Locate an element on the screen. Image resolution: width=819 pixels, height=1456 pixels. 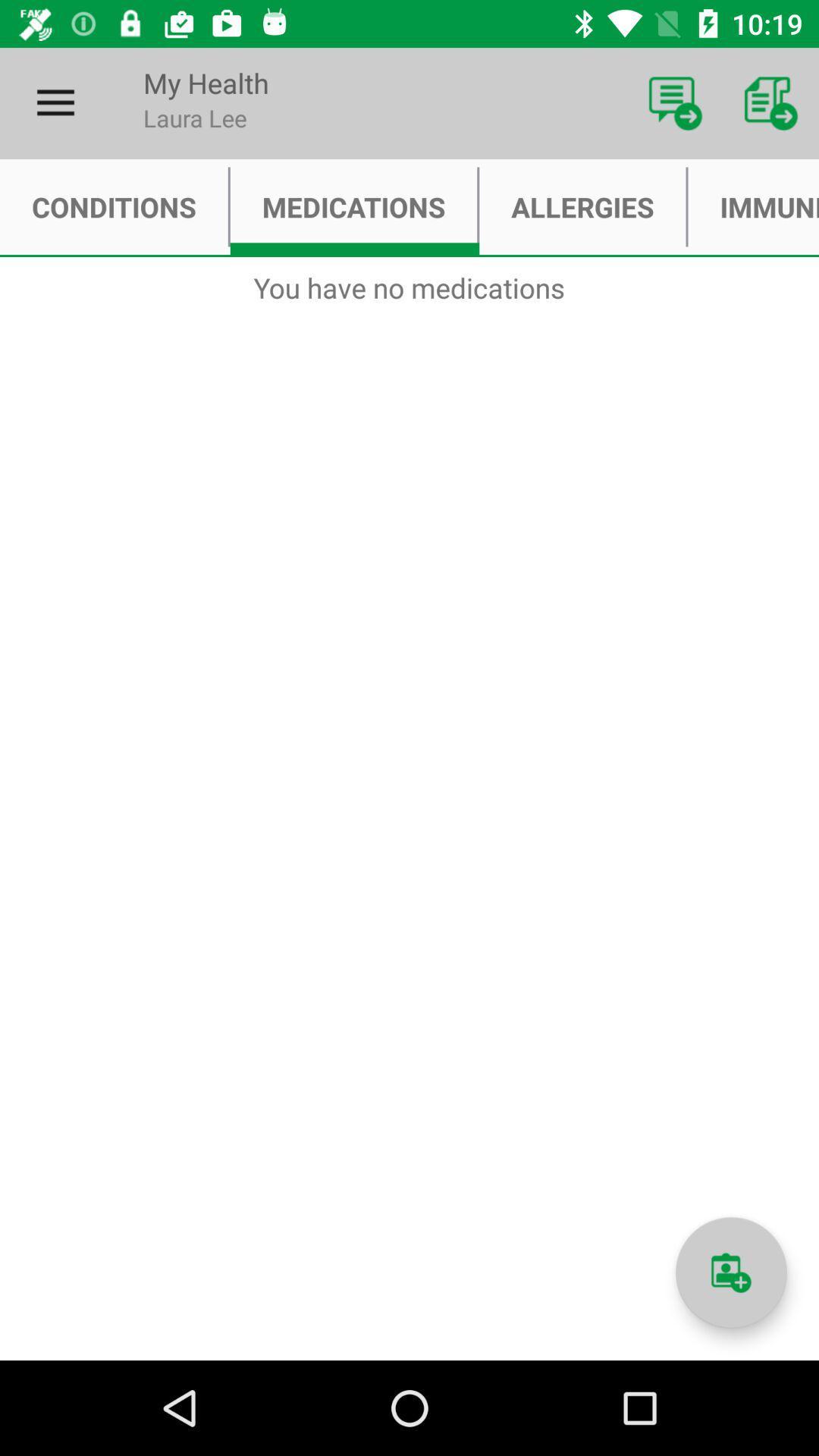
item above conditions item is located at coordinates (55, 102).